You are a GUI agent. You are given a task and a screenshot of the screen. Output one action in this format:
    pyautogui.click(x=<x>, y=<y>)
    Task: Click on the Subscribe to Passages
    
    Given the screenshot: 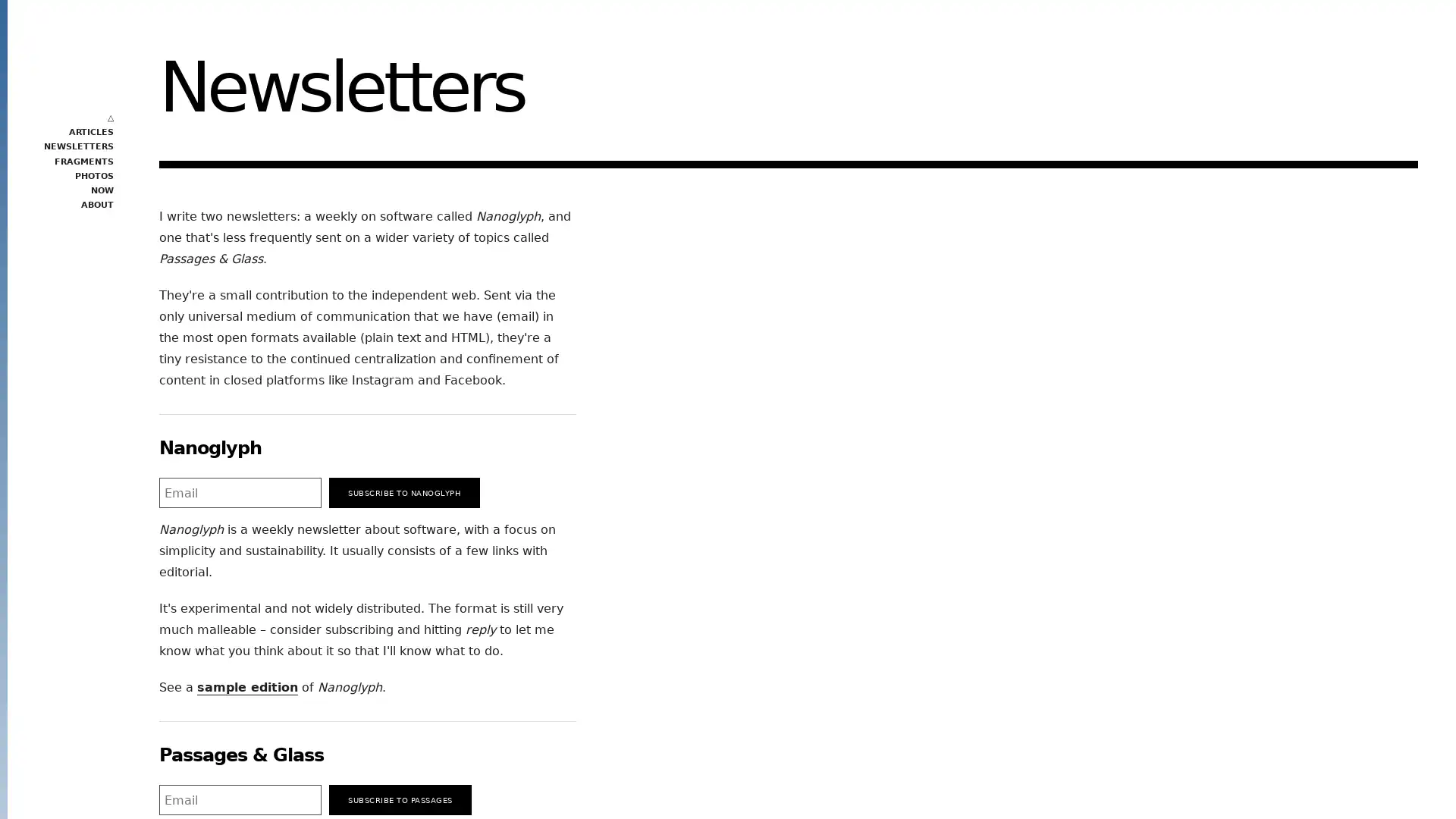 What is the action you would take?
    pyautogui.click(x=400, y=799)
    